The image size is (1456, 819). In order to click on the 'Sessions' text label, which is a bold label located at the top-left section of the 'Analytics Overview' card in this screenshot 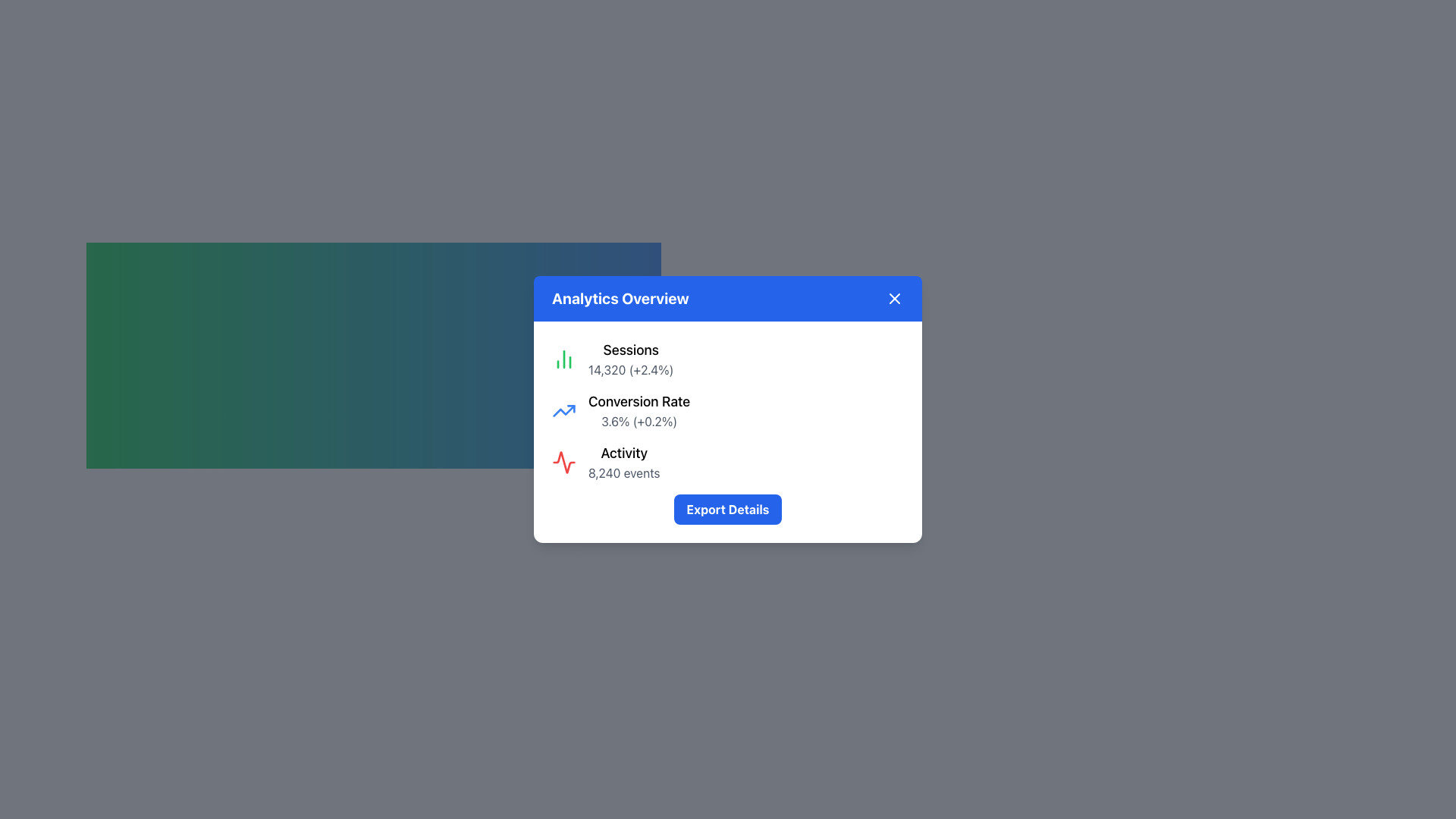, I will do `click(631, 350)`.